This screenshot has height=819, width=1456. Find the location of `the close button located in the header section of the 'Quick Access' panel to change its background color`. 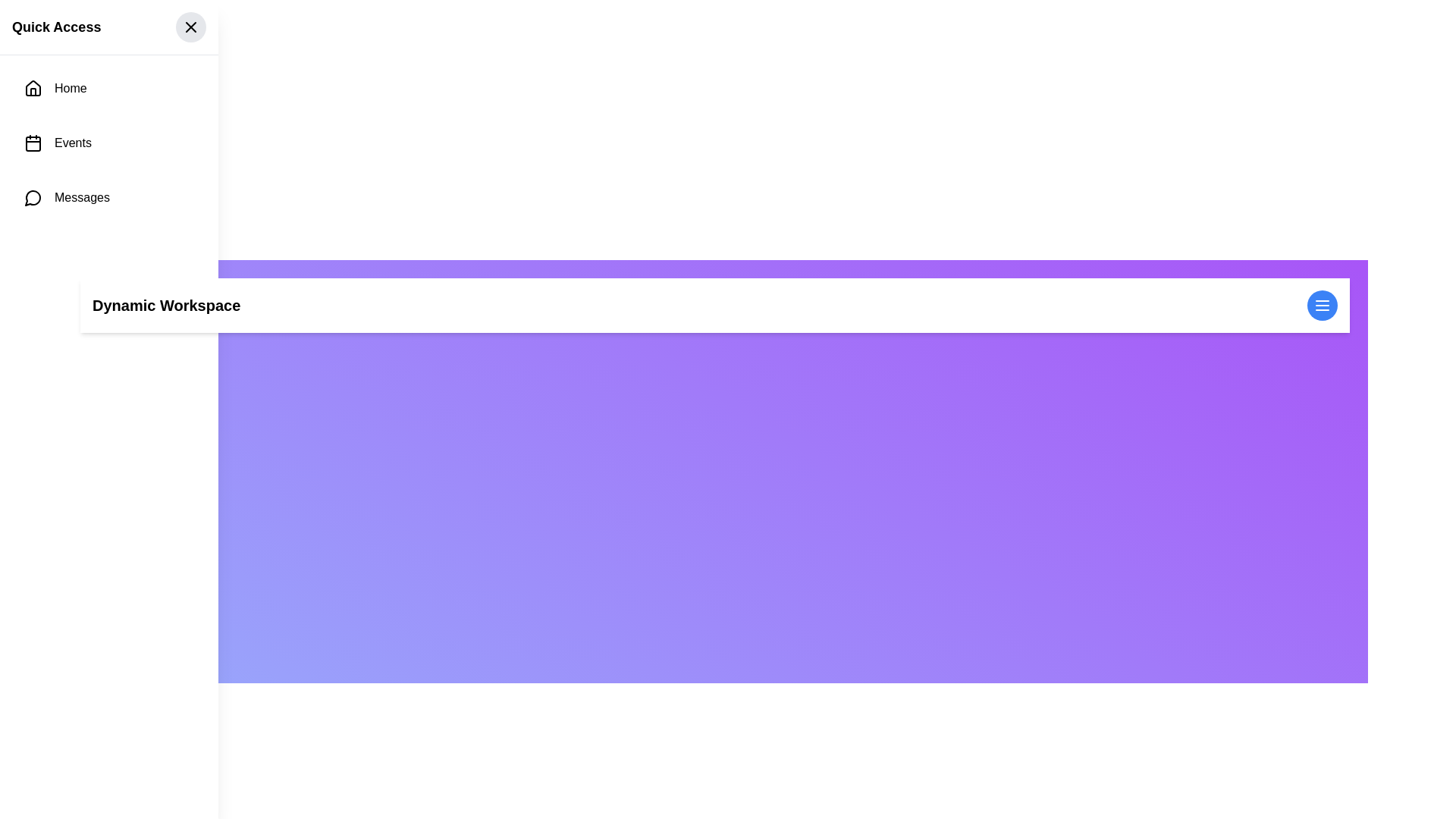

the close button located in the header section of the 'Quick Access' panel to change its background color is located at coordinates (190, 27).